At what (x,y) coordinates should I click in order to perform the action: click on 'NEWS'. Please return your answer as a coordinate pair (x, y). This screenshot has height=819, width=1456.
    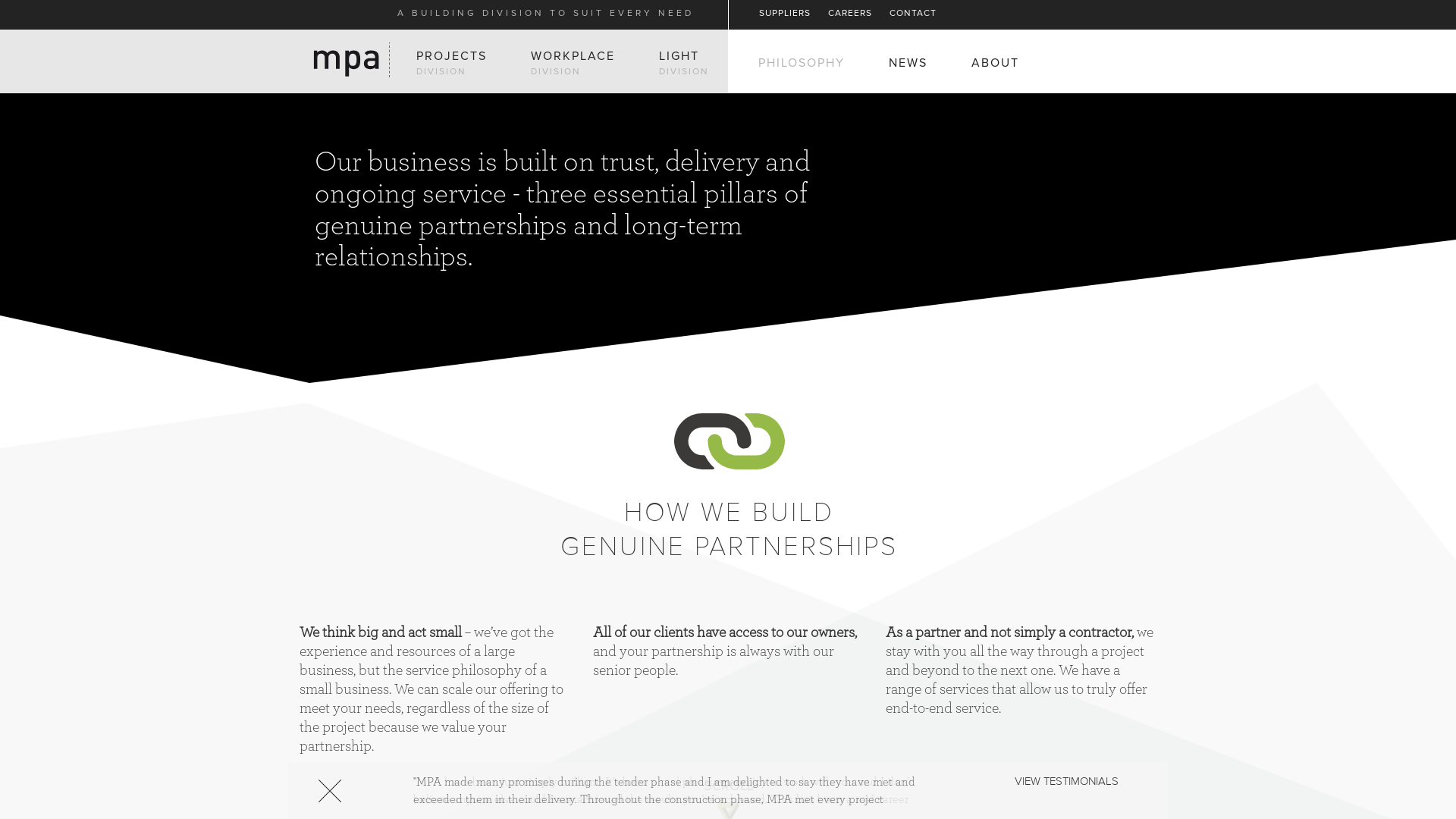
    Looking at the image, I should click on (908, 62).